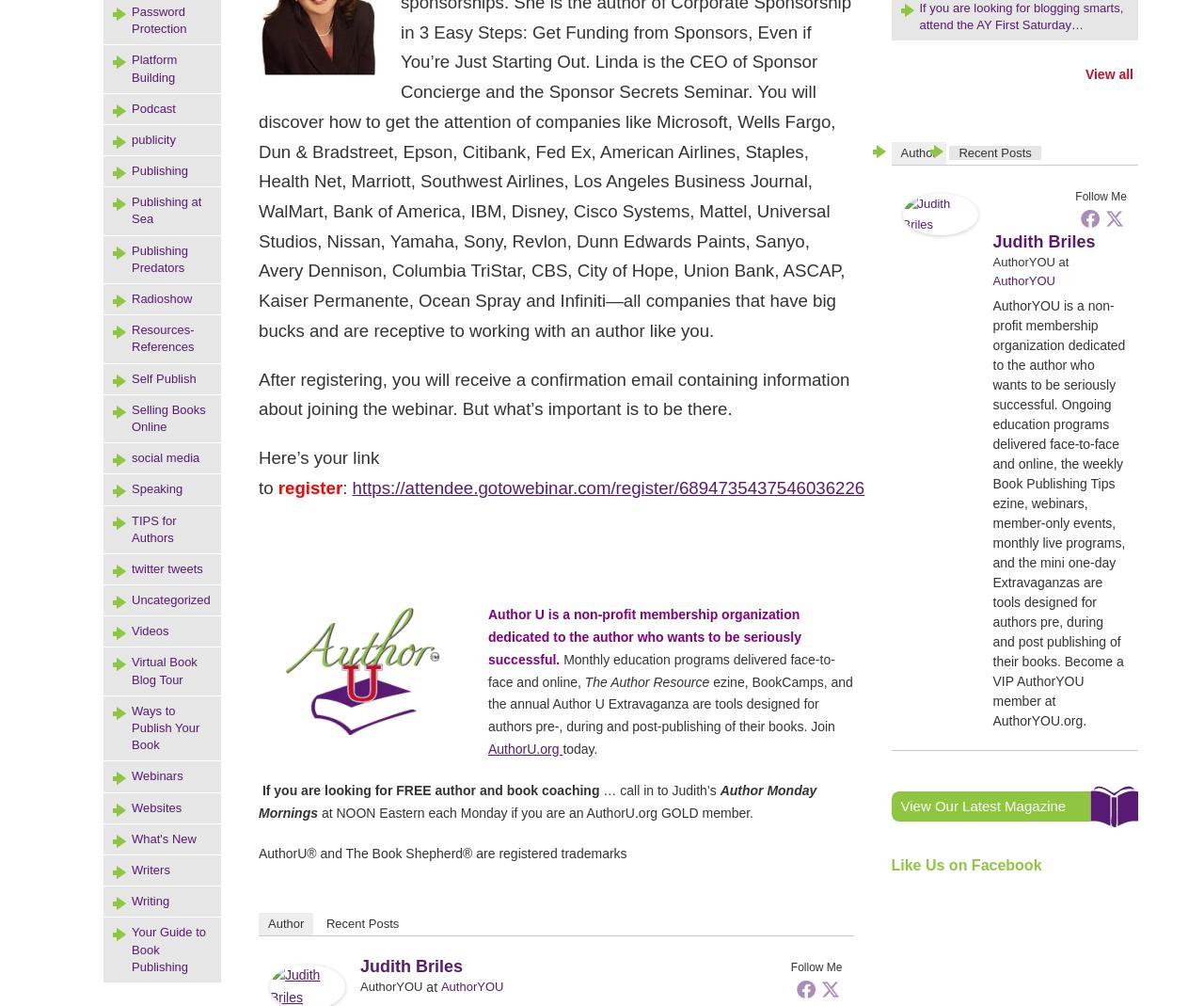 This screenshot has height=1006, width=1204. Describe the element at coordinates (257, 853) in the screenshot. I see `'AuthorU® and The Book Shepherd® are registered trademarks'` at that location.